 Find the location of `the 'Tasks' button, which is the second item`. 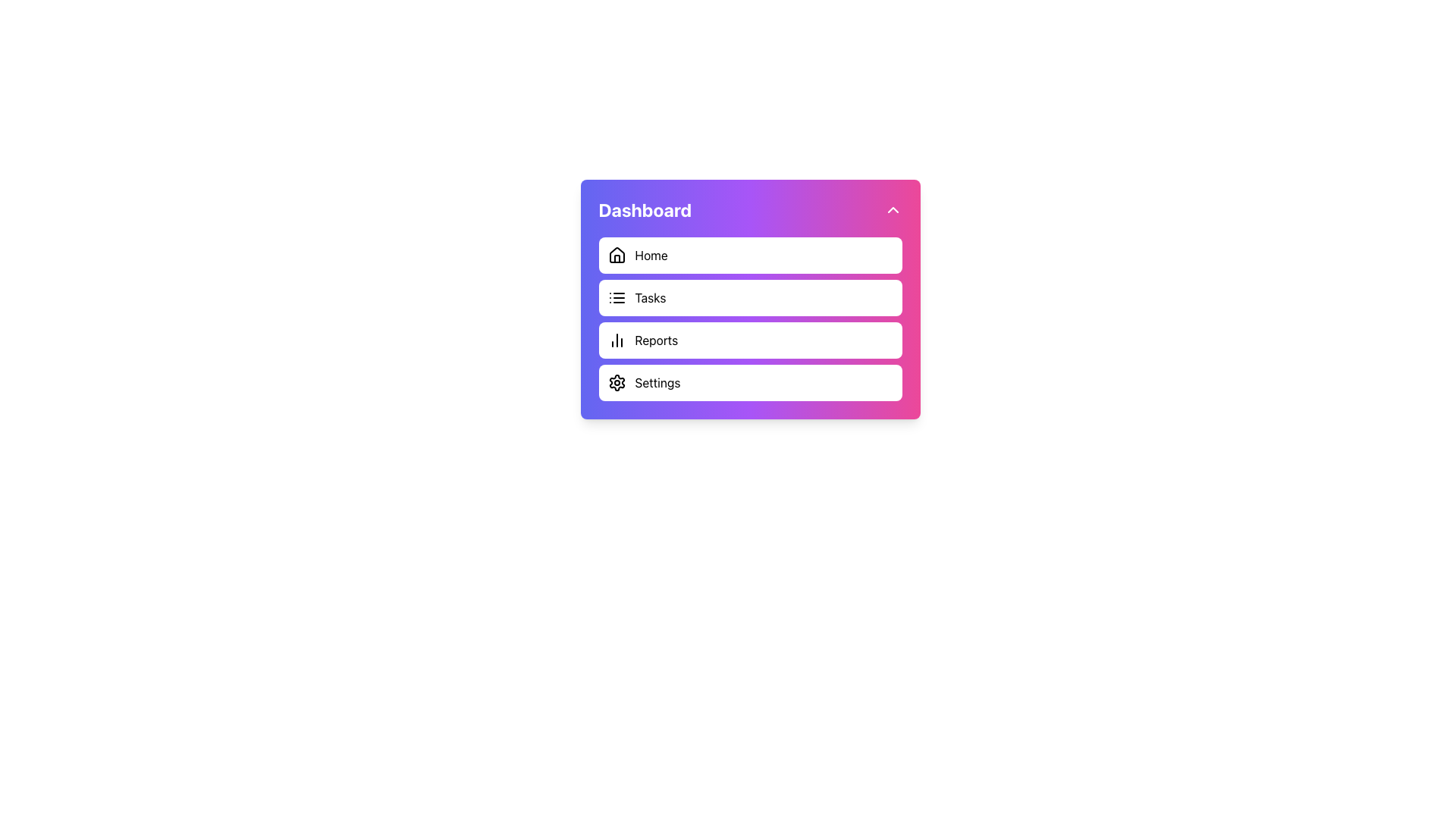

the 'Tasks' button, which is the second item is located at coordinates (750, 298).